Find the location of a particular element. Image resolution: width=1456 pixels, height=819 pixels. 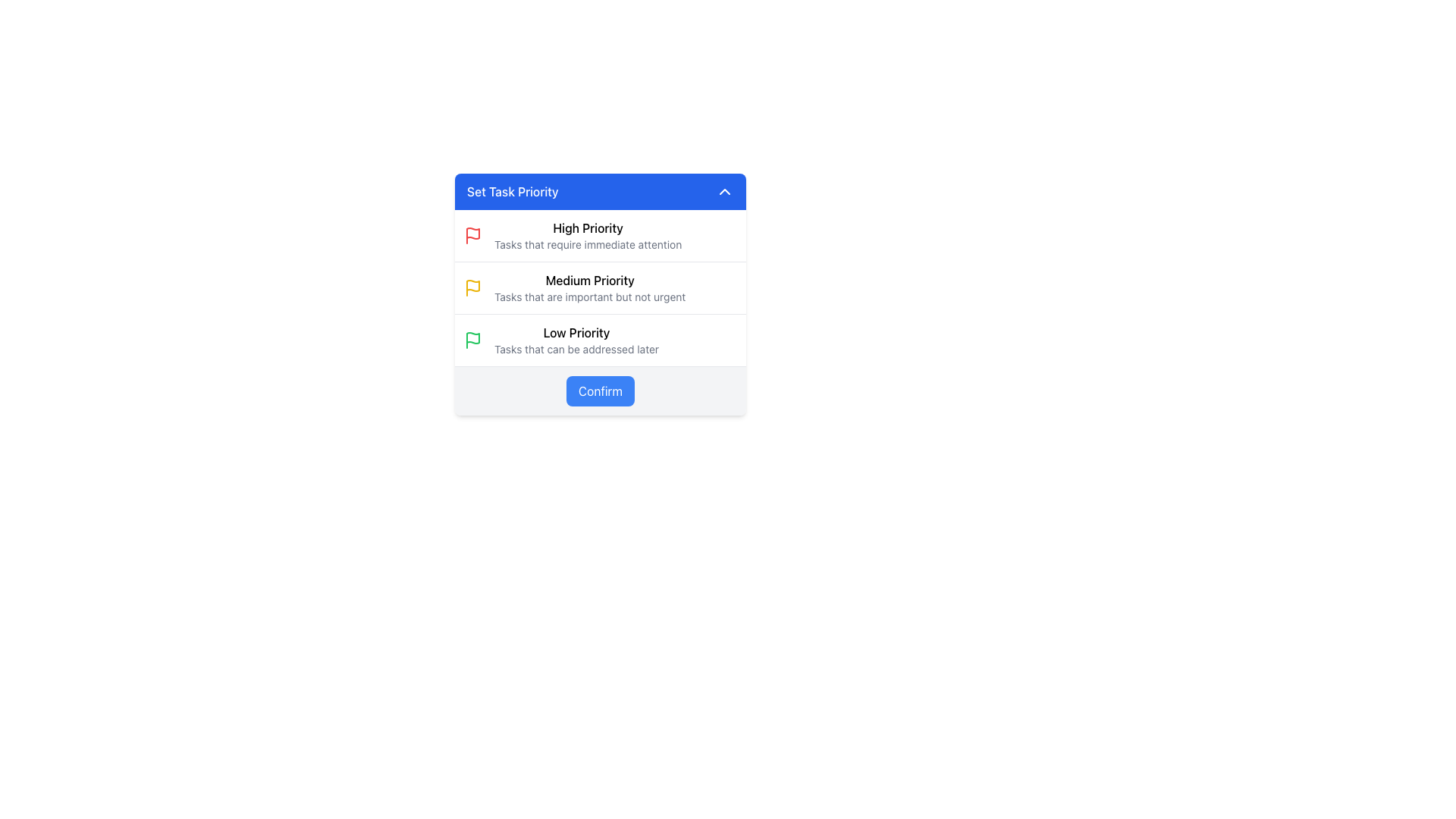

the 'Low Priority' list item in the 'Set Task Priority' section is located at coordinates (600, 338).